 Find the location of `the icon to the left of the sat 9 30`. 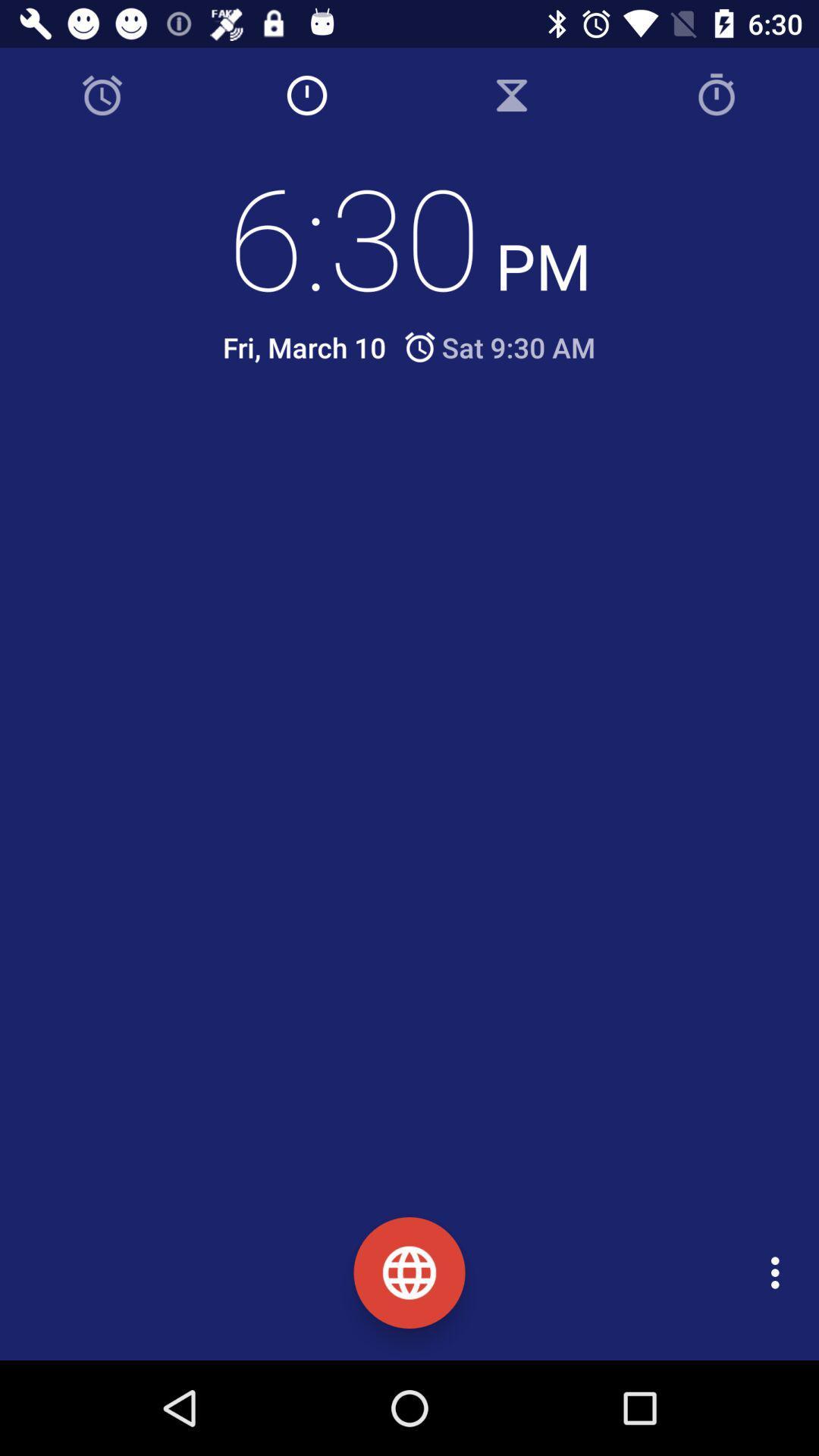

the icon to the left of the sat 9 30 is located at coordinates (304, 347).